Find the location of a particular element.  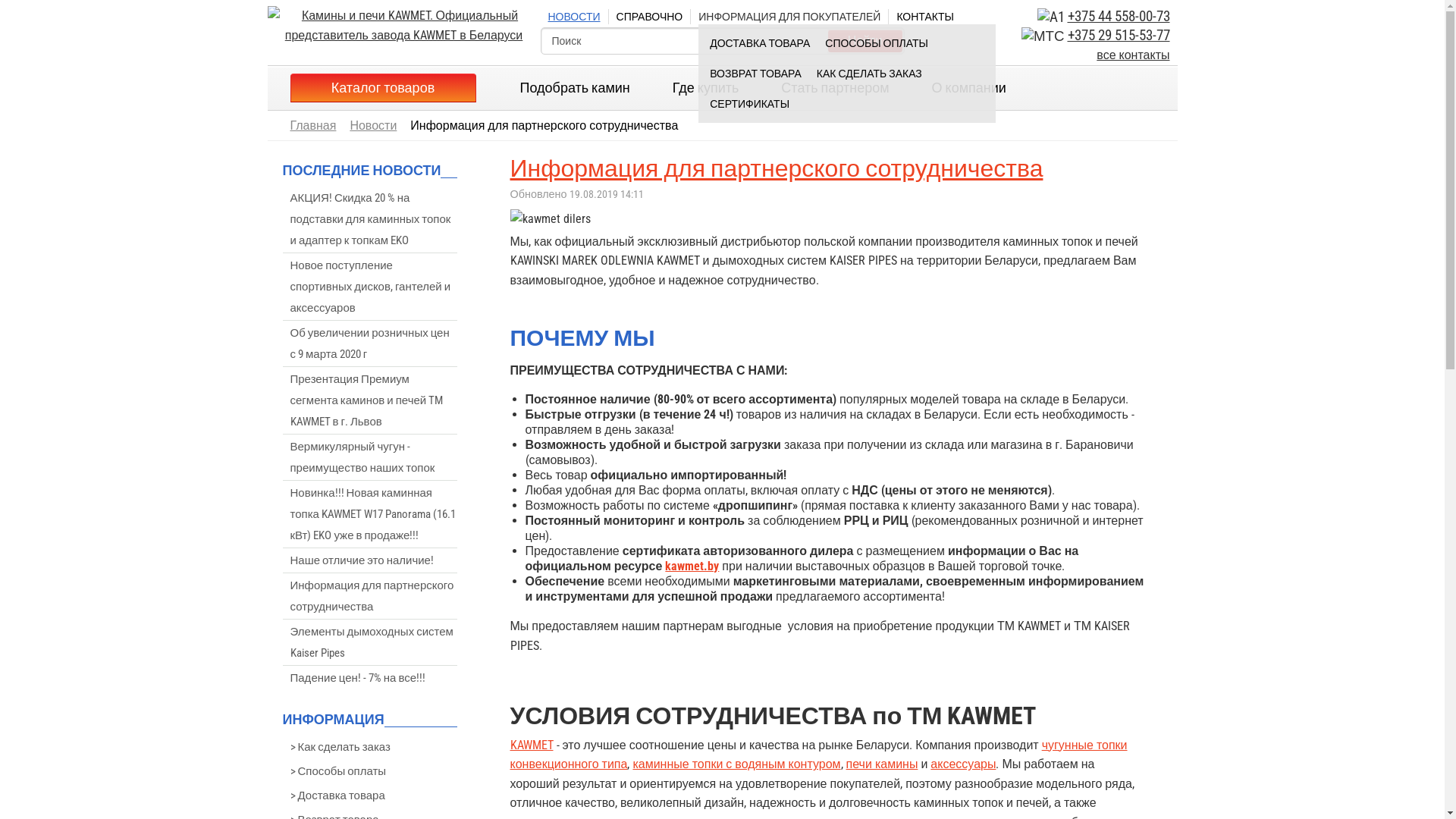

'+375 44 558-00-73' is located at coordinates (1119, 17).